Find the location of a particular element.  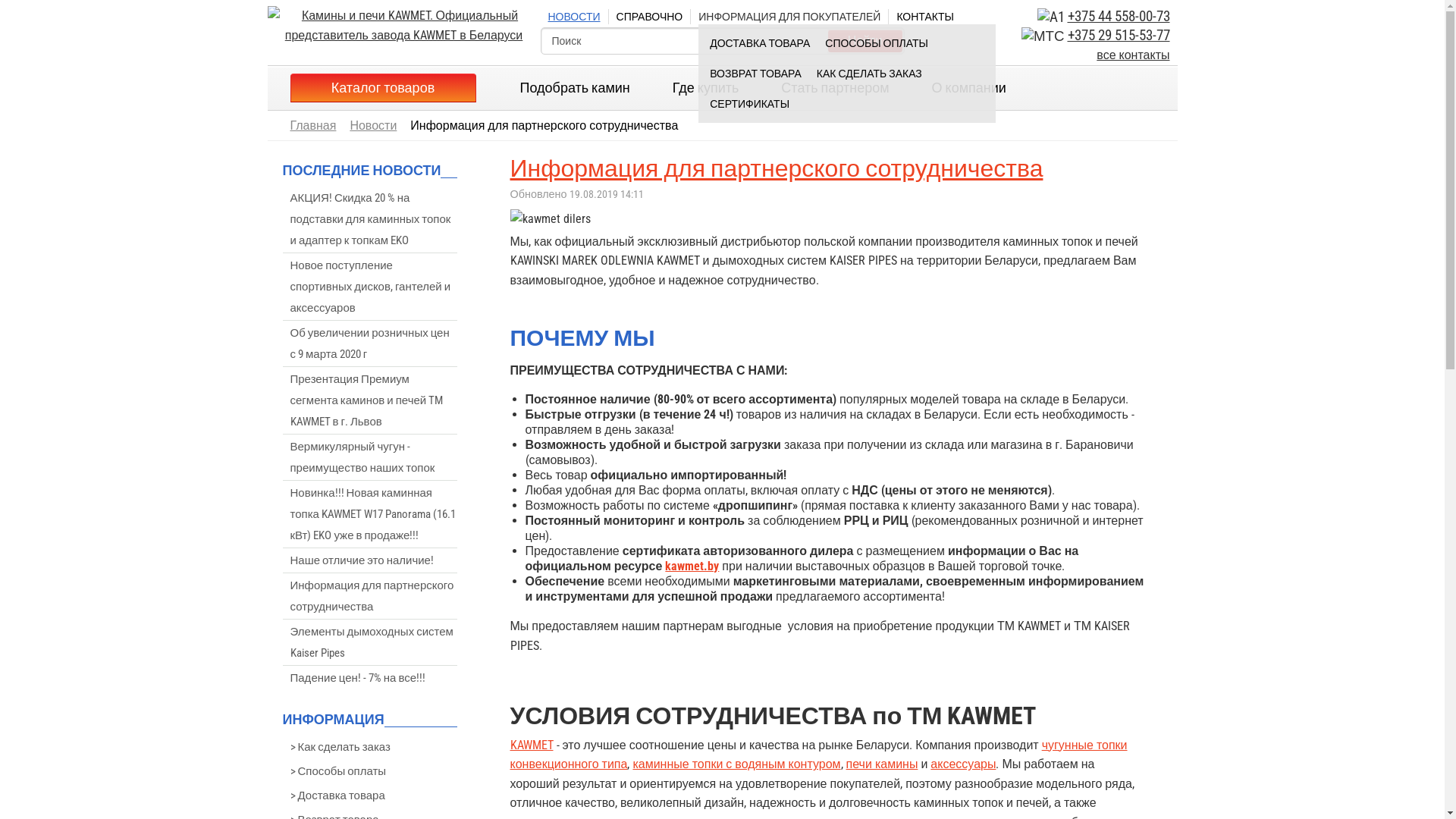

'+375 44 558-00-73' is located at coordinates (1119, 17).